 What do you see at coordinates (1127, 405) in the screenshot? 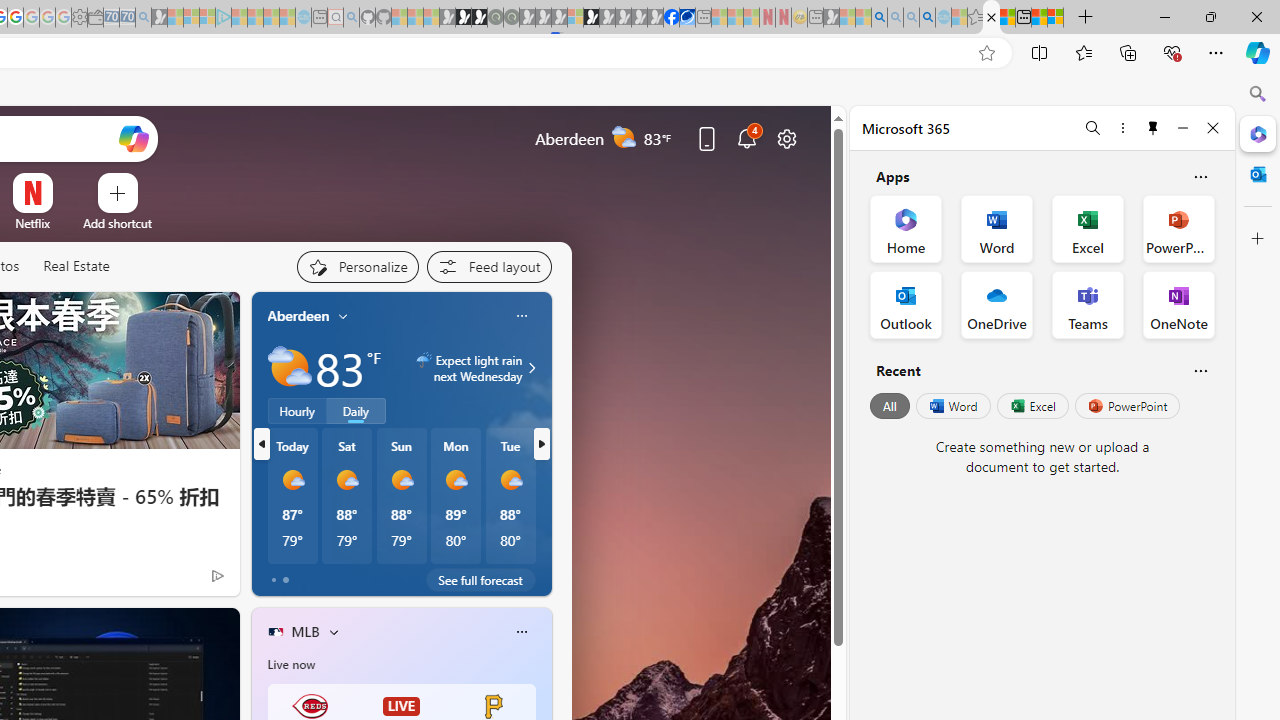
I see `'PowerPoint'` at bounding box center [1127, 405].